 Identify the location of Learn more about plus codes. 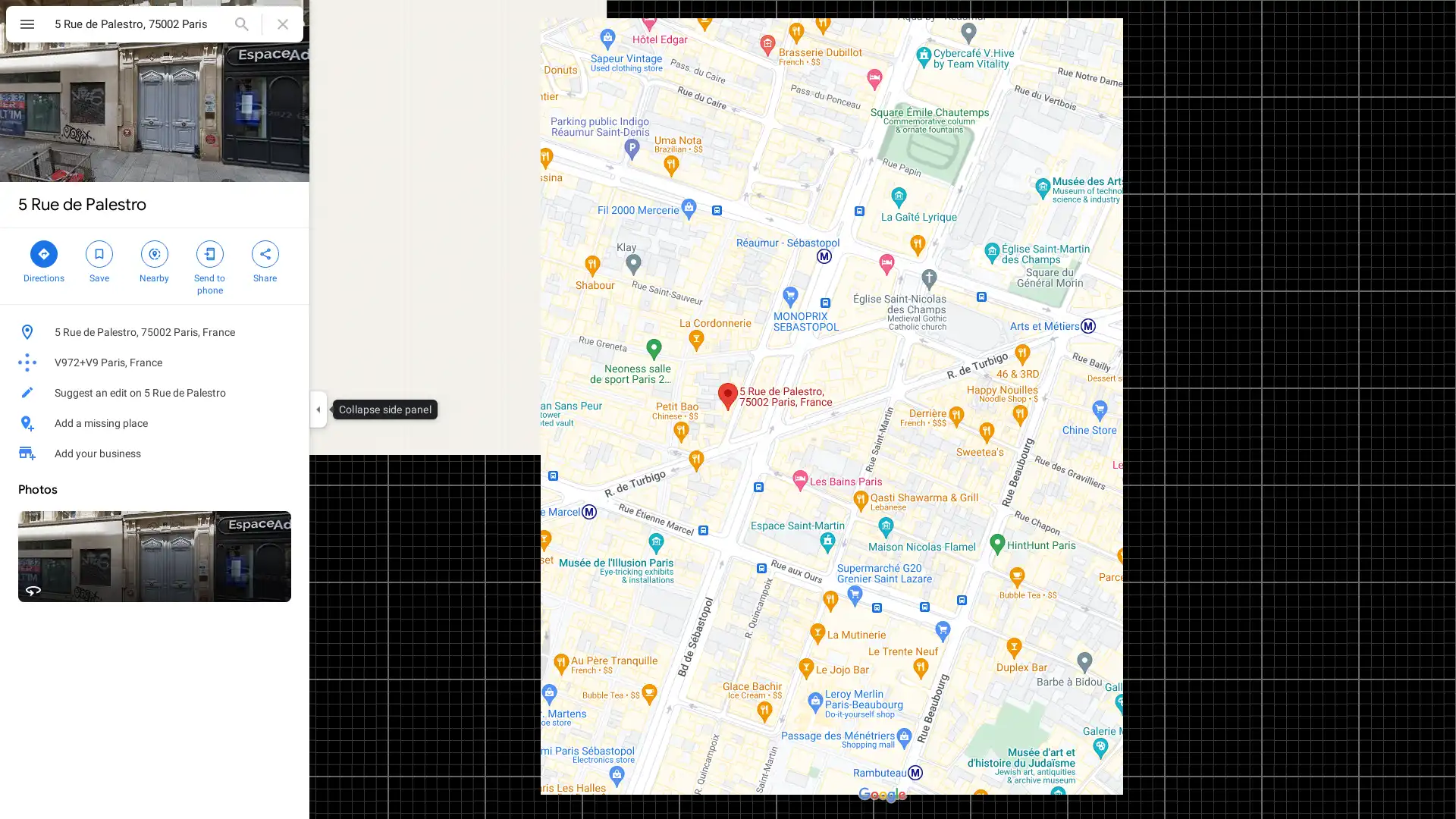
(290, 362).